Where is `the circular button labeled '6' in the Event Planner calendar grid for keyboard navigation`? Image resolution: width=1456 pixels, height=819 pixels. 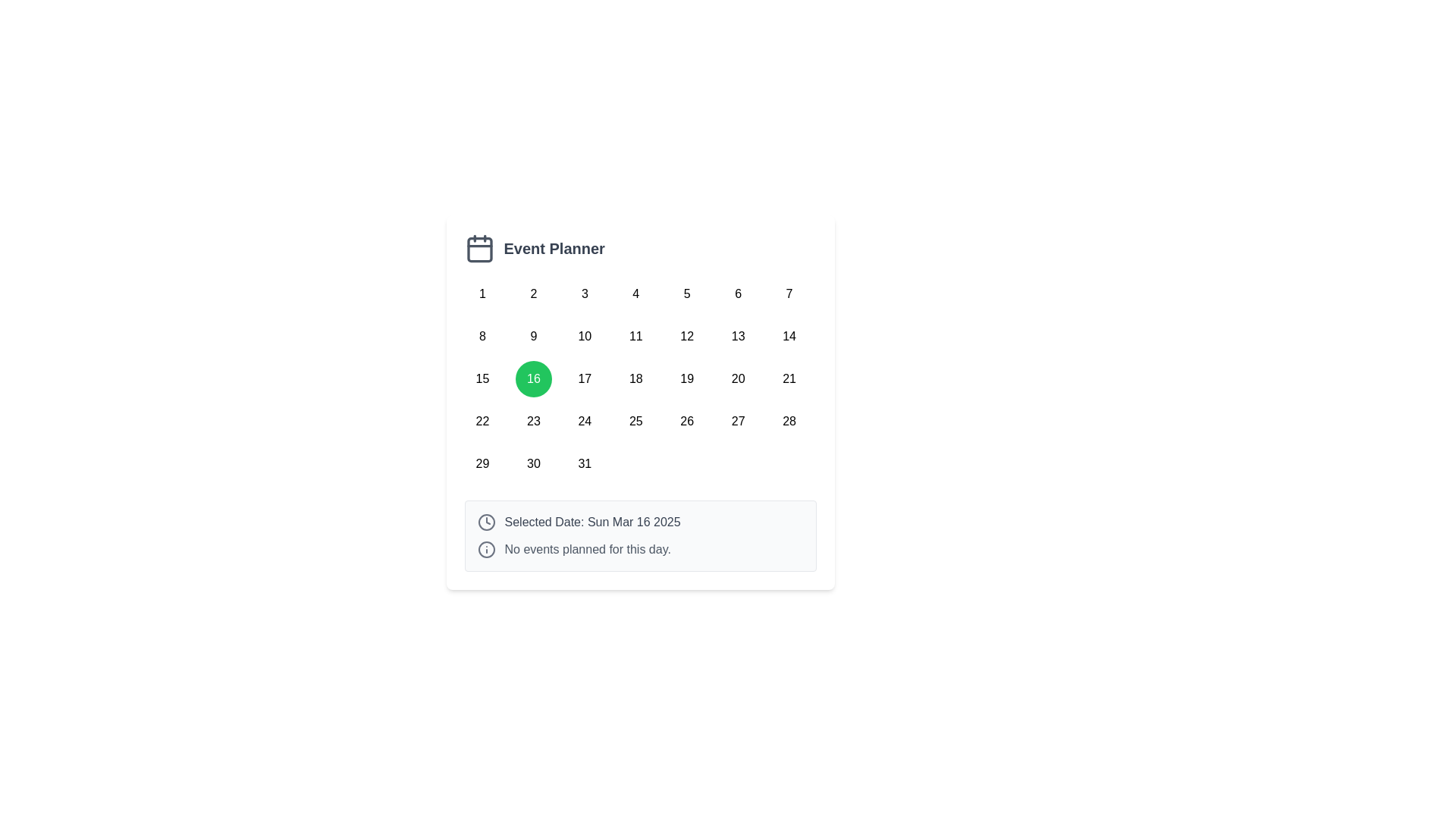
the circular button labeled '6' in the Event Planner calendar grid for keyboard navigation is located at coordinates (738, 294).